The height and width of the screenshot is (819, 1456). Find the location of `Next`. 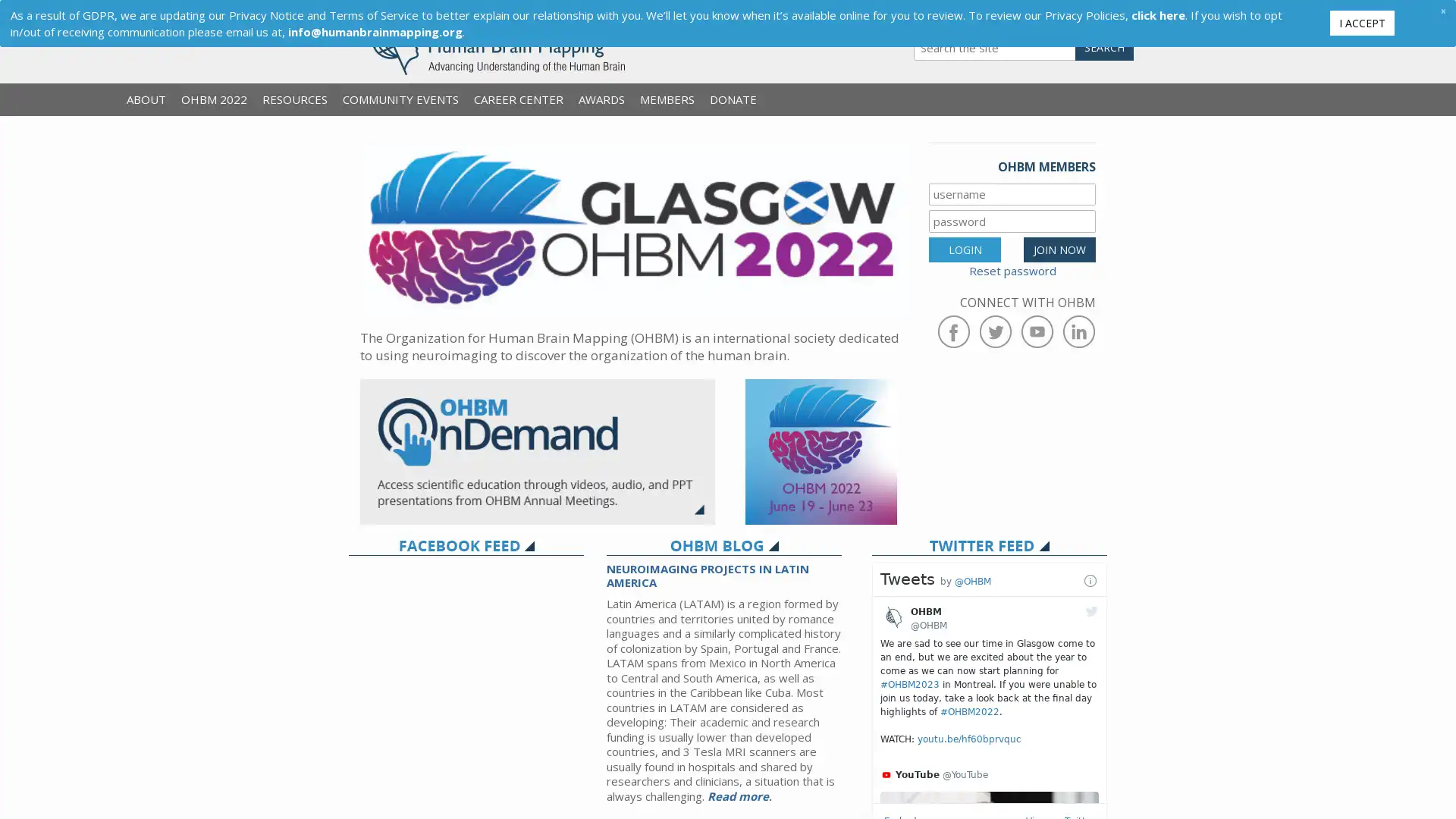

Next is located at coordinates (865, 227).